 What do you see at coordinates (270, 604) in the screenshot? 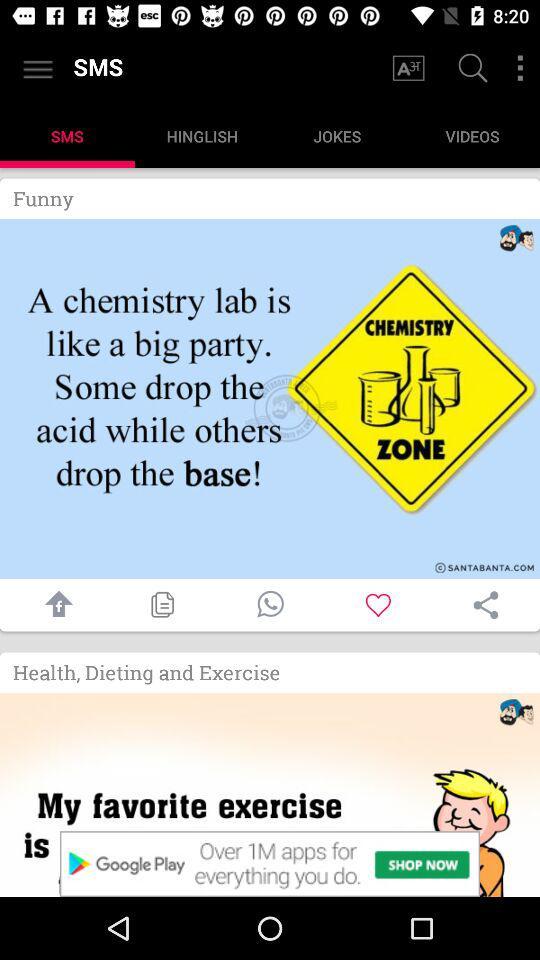
I see `call the option` at bounding box center [270, 604].